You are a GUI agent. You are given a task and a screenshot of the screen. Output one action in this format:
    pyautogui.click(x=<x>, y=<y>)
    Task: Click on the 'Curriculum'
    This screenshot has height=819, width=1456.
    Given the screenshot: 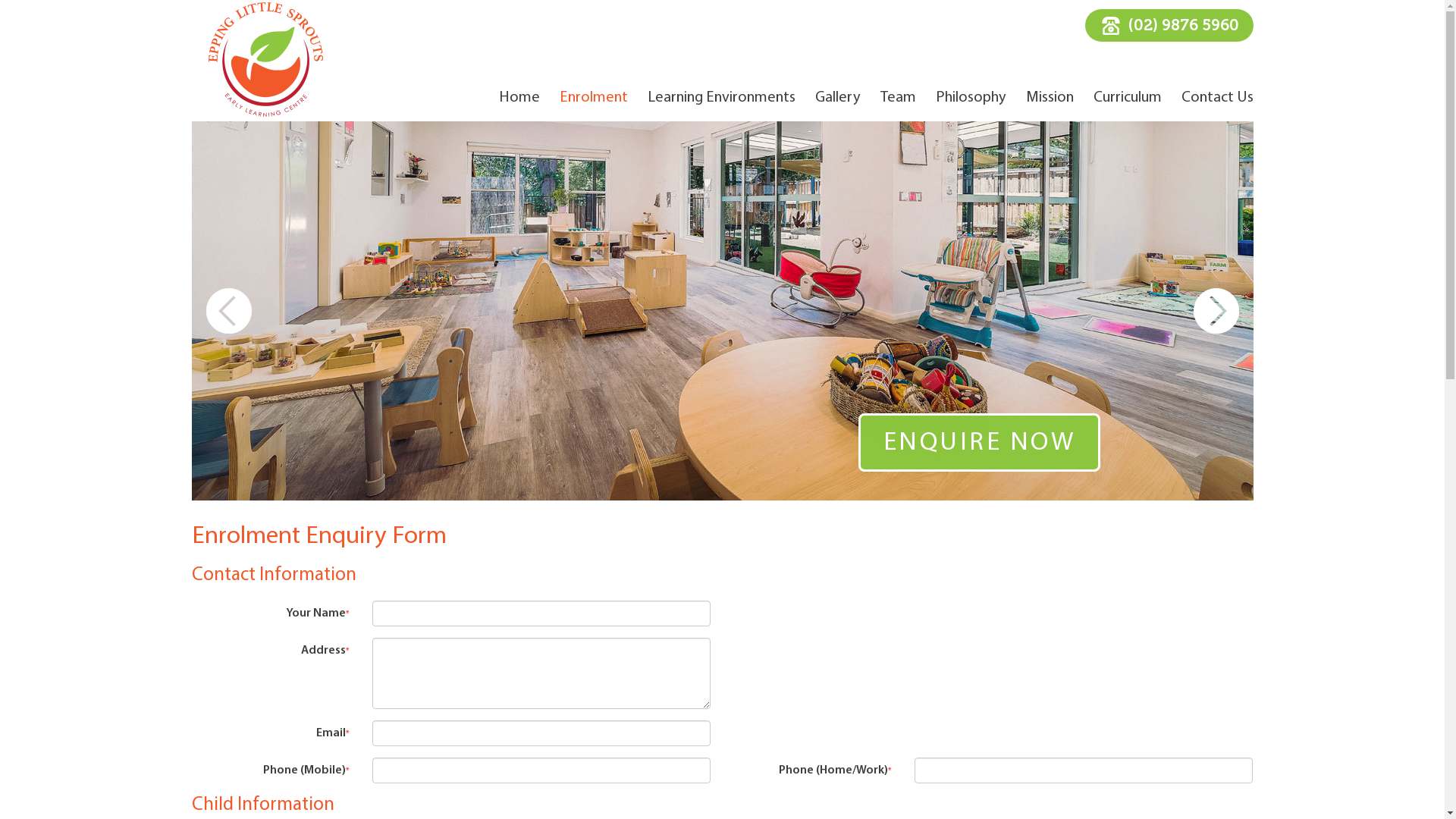 What is the action you would take?
    pyautogui.click(x=1128, y=98)
    